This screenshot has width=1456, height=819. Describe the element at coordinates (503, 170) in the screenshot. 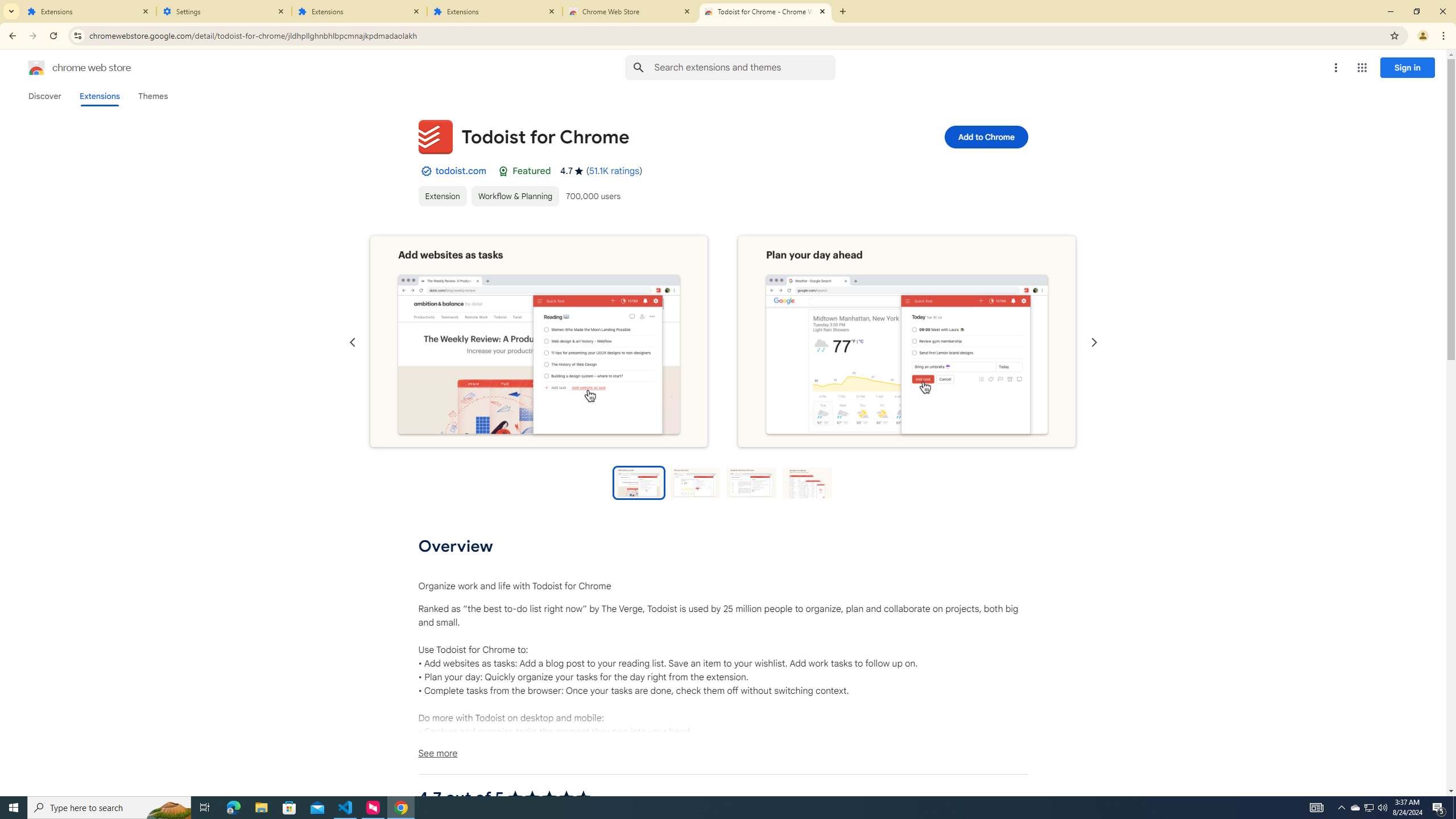

I see `'Featured Badge'` at that location.